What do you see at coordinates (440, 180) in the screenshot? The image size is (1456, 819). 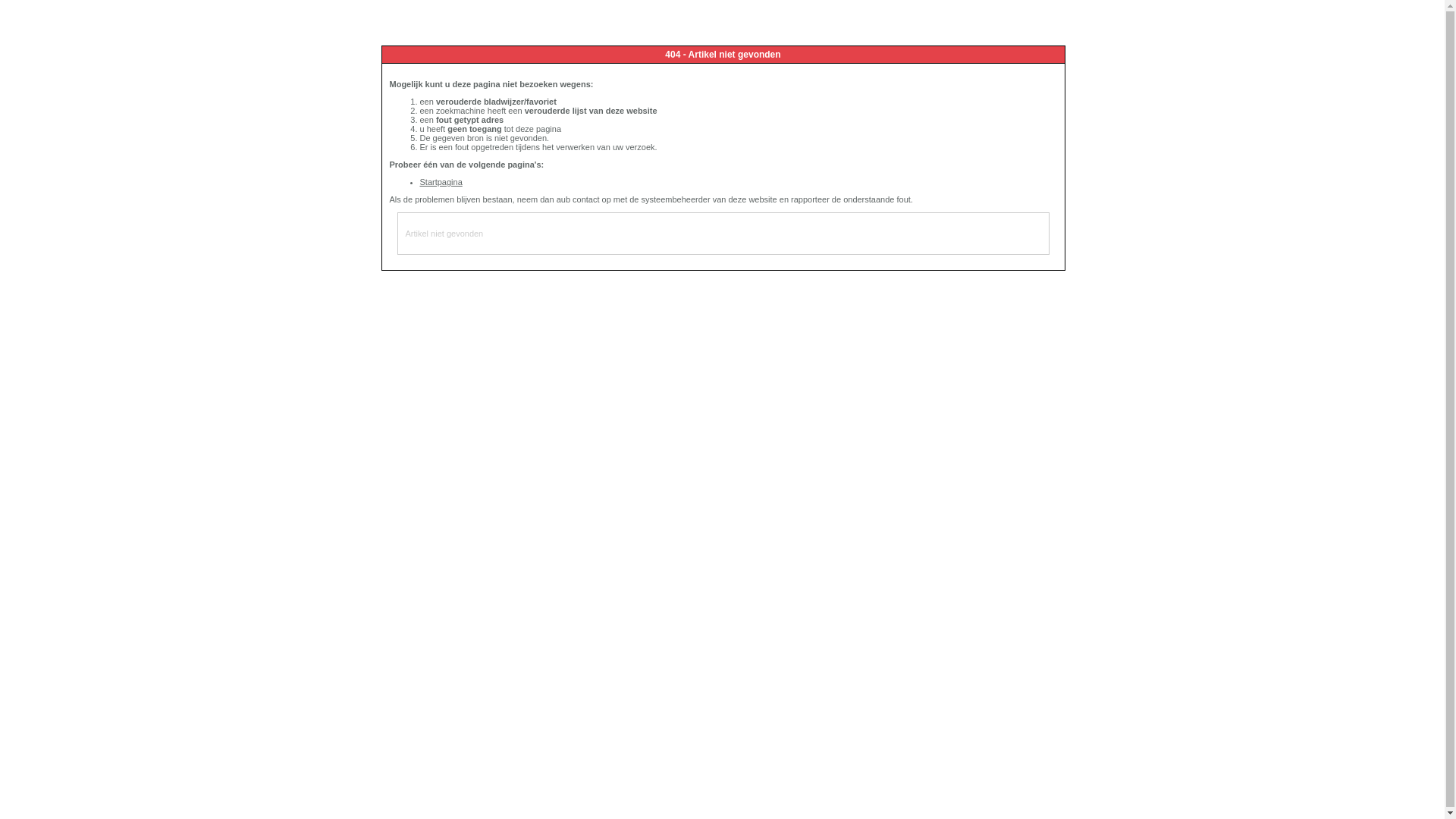 I see `'Startpagina'` at bounding box center [440, 180].